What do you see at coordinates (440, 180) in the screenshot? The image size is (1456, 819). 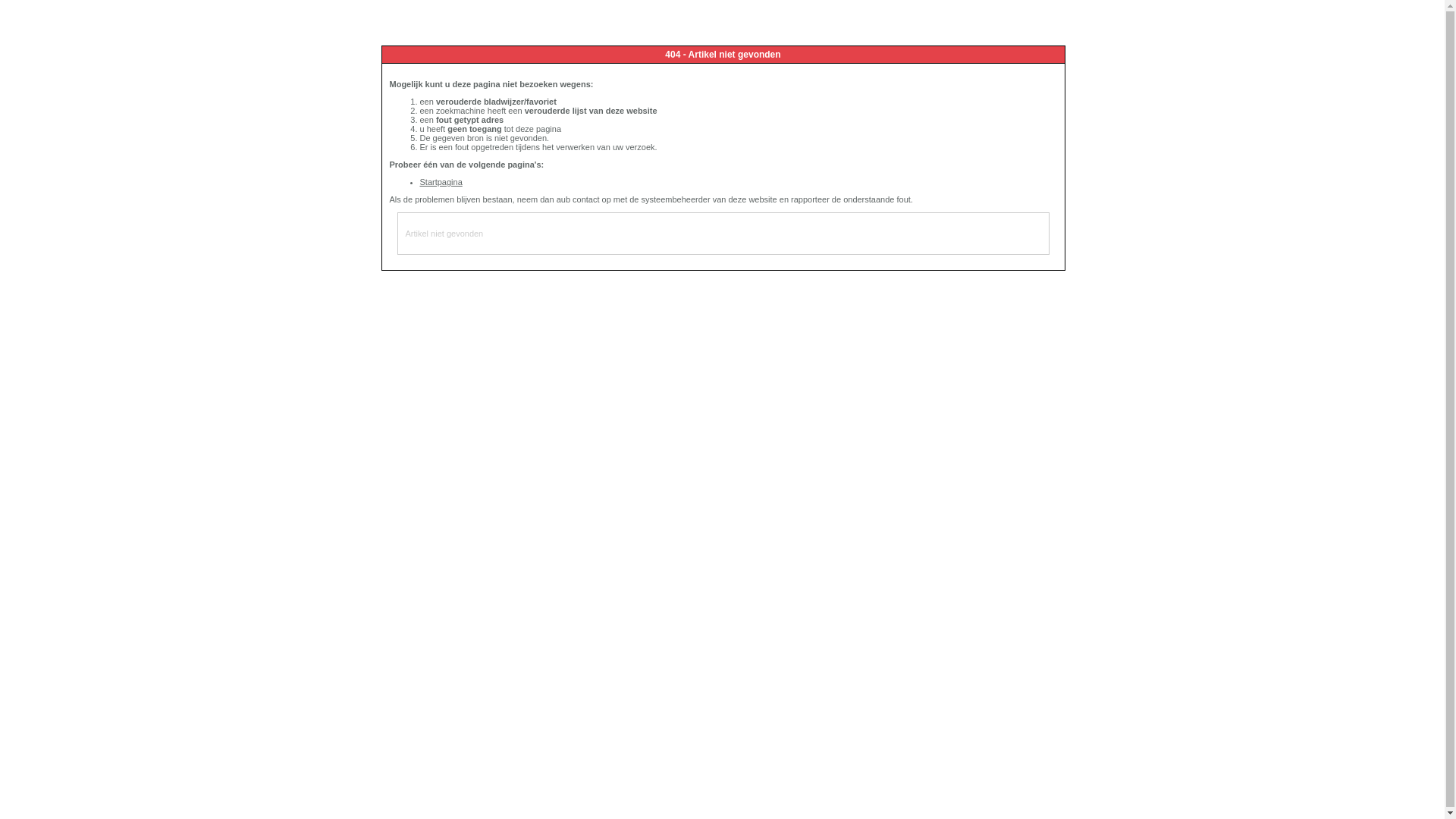 I see `'Startpagina'` at bounding box center [440, 180].